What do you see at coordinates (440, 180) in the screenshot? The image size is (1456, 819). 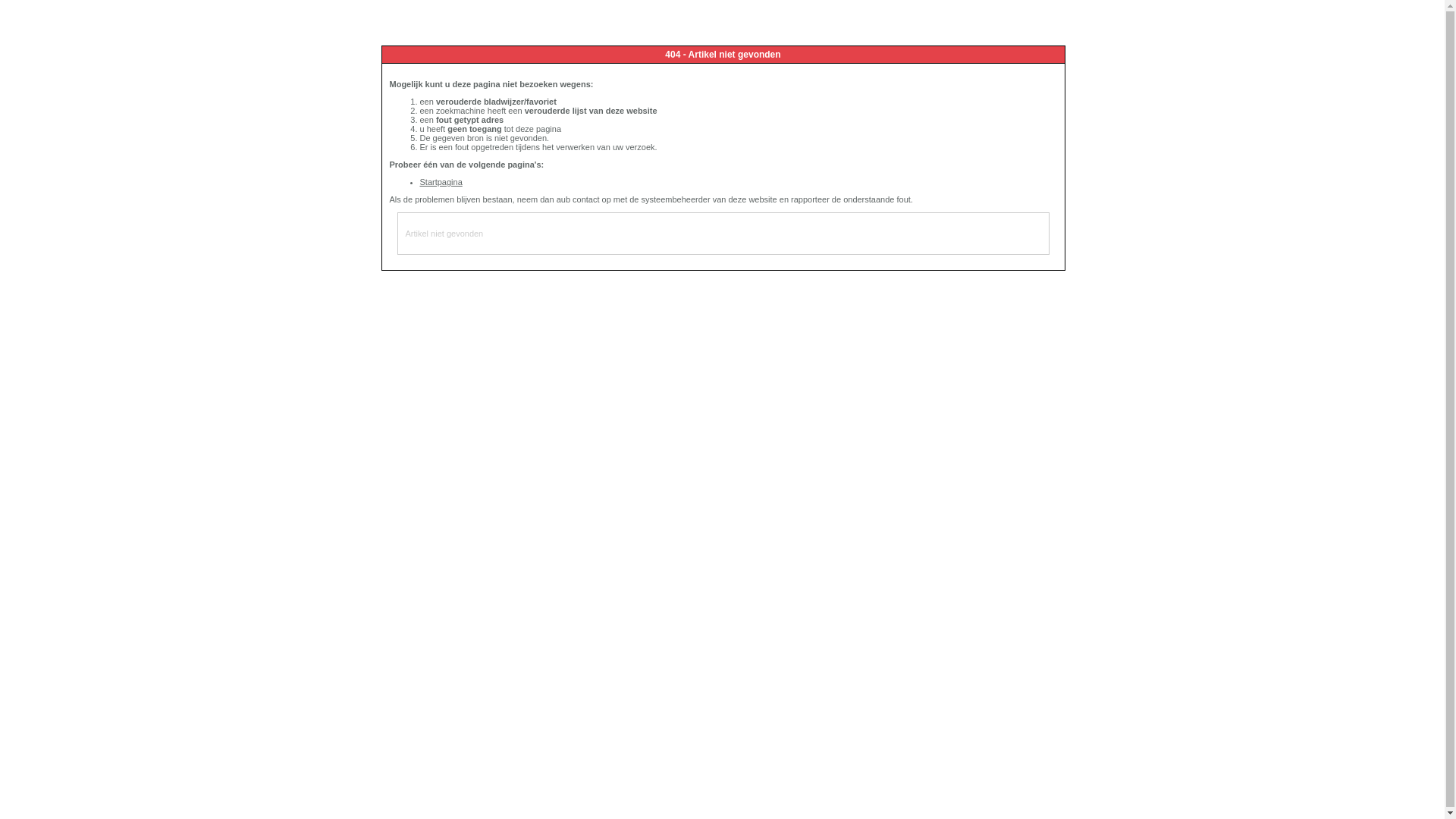 I see `'Startpagina'` at bounding box center [440, 180].